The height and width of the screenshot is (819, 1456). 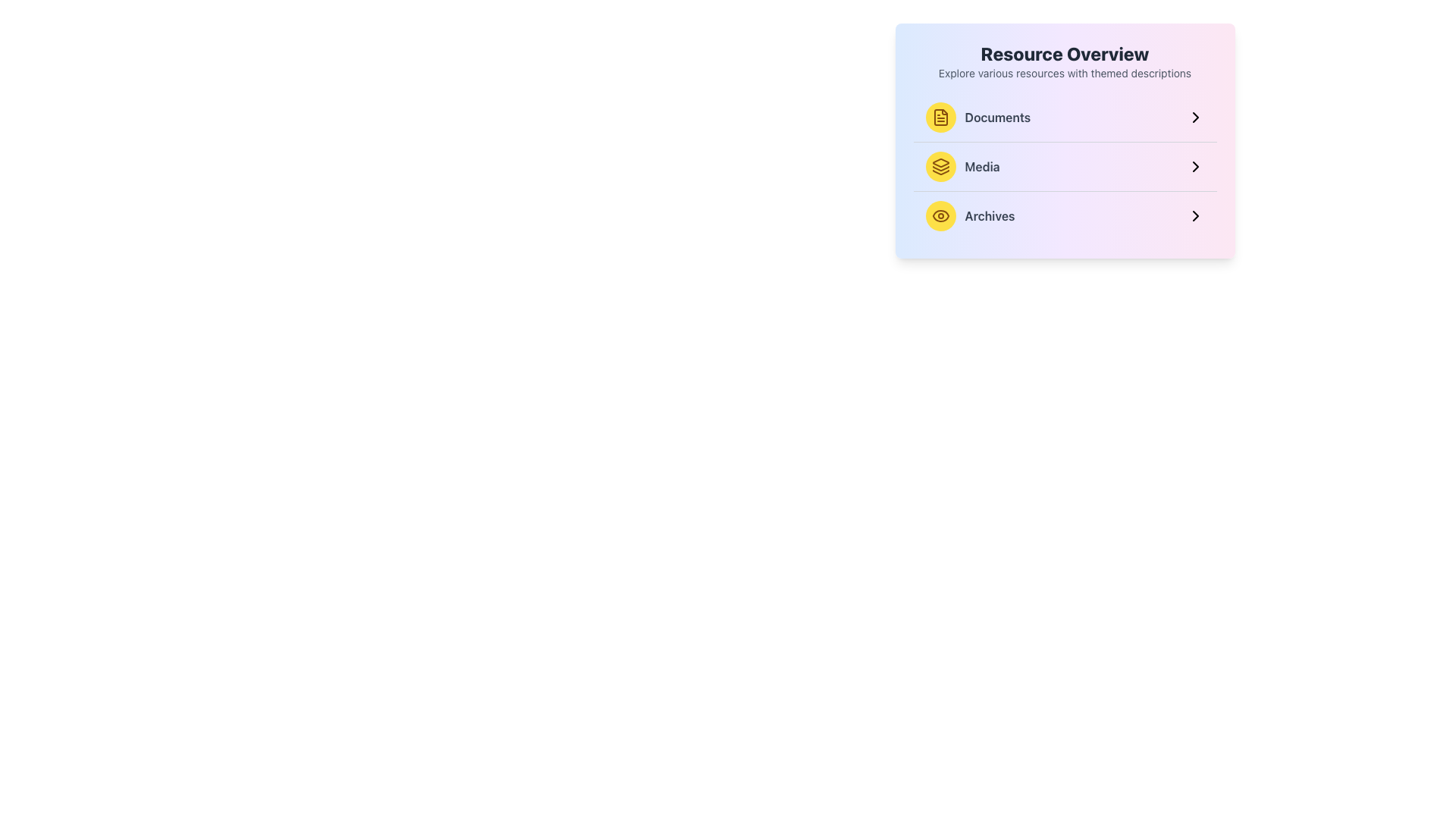 What do you see at coordinates (940, 166) in the screenshot?
I see `details of the circular badge icon with a yellow background and a stacked layers graphic, located to the left of the 'Media' label in the 'Resource Overview' card` at bounding box center [940, 166].